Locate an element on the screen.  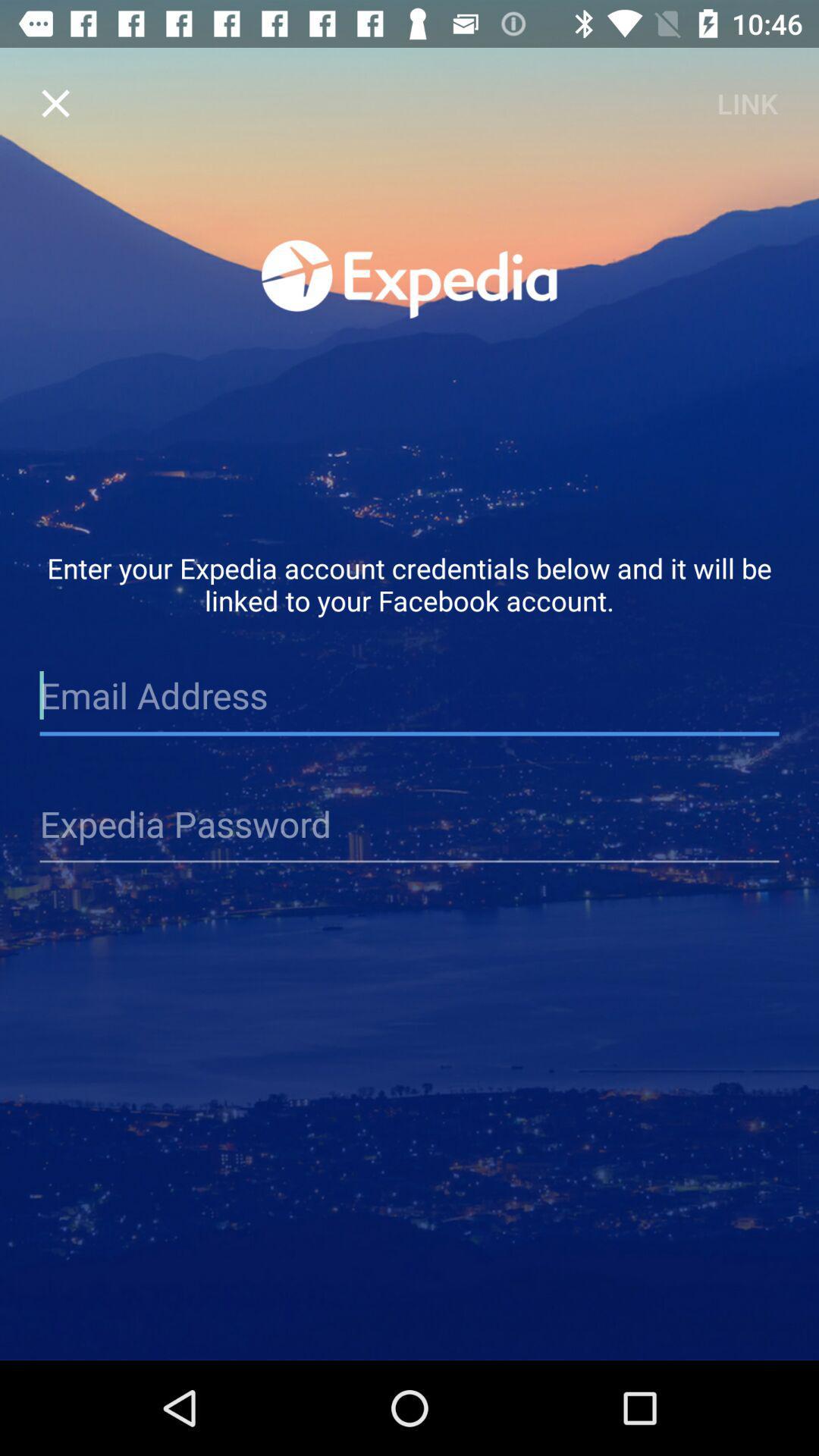
the icon above the enter your expedia item is located at coordinates (746, 102).